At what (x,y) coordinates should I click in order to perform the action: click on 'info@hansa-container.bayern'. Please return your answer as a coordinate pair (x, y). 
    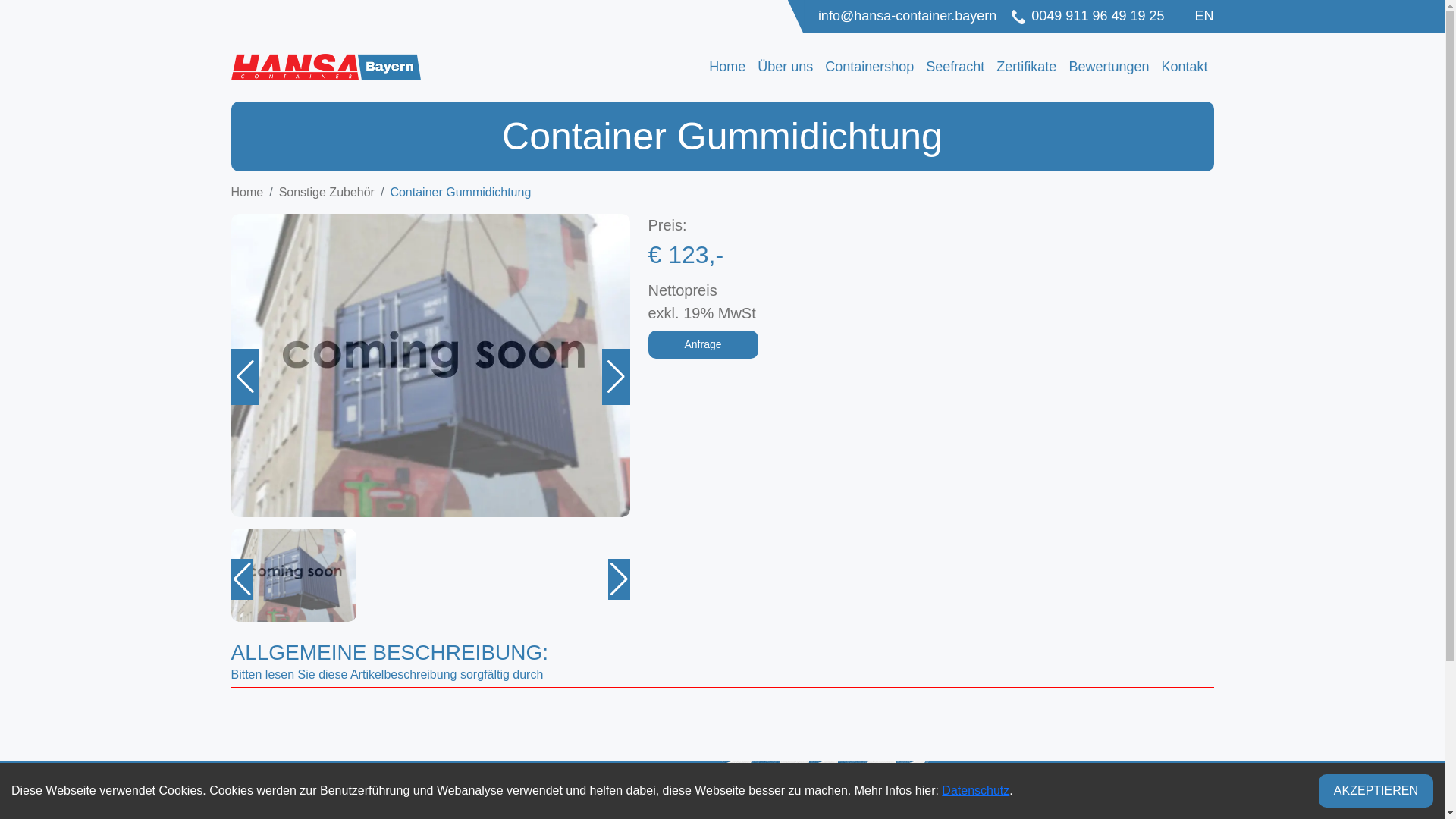
    Looking at the image, I should click on (817, 16).